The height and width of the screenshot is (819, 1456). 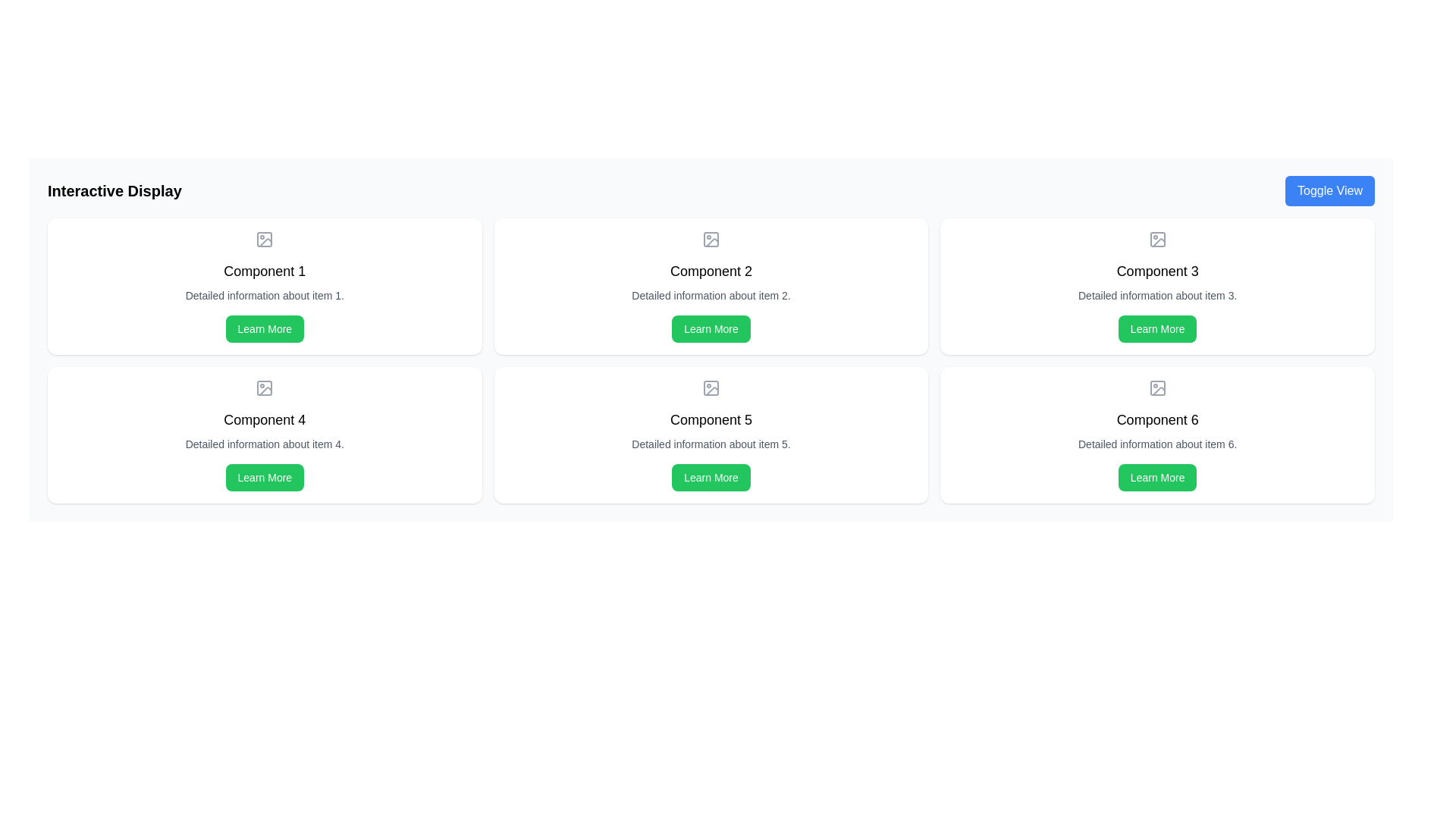 What do you see at coordinates (710, 388) in the screenshot?
I see `the image placeholder icon located in the middle row, second column of the grid layout within 'Component 5'` at bounding box center [710, 388].